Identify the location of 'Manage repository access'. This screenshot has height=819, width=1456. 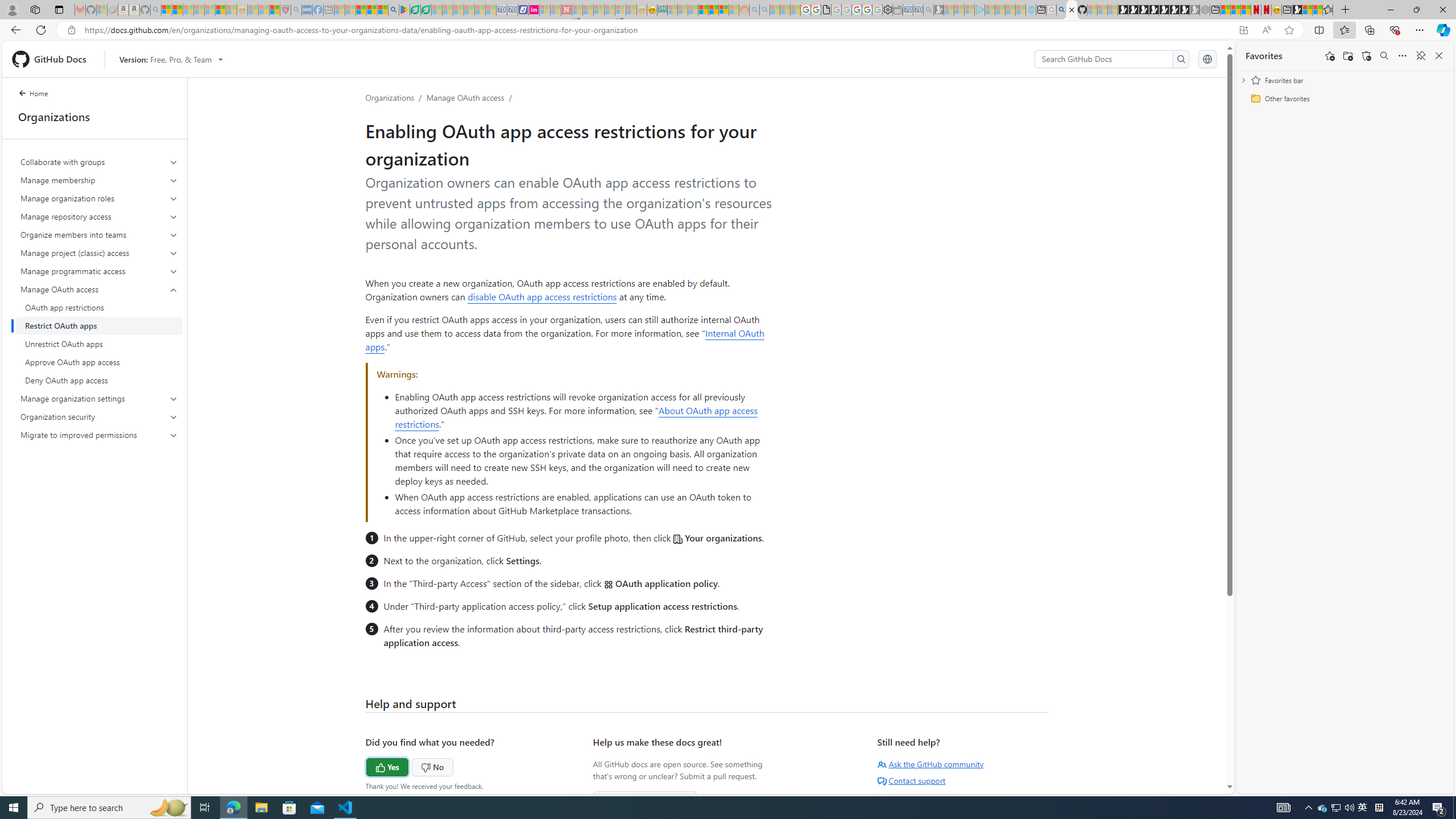
(100, 216).